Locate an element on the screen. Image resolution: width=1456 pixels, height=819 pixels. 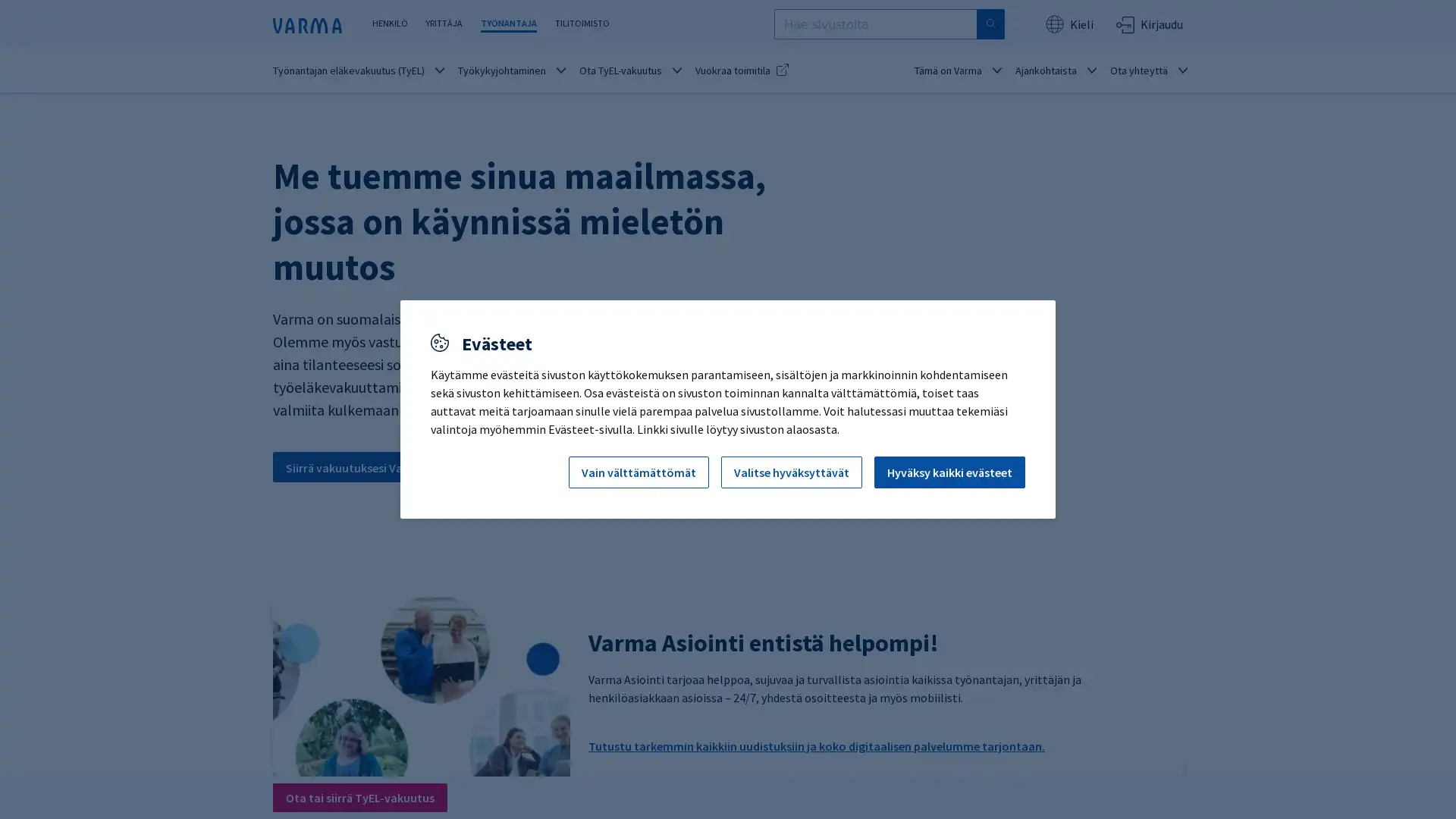
Valitse hyvaksyttavat is located at coordinates (790, 472).